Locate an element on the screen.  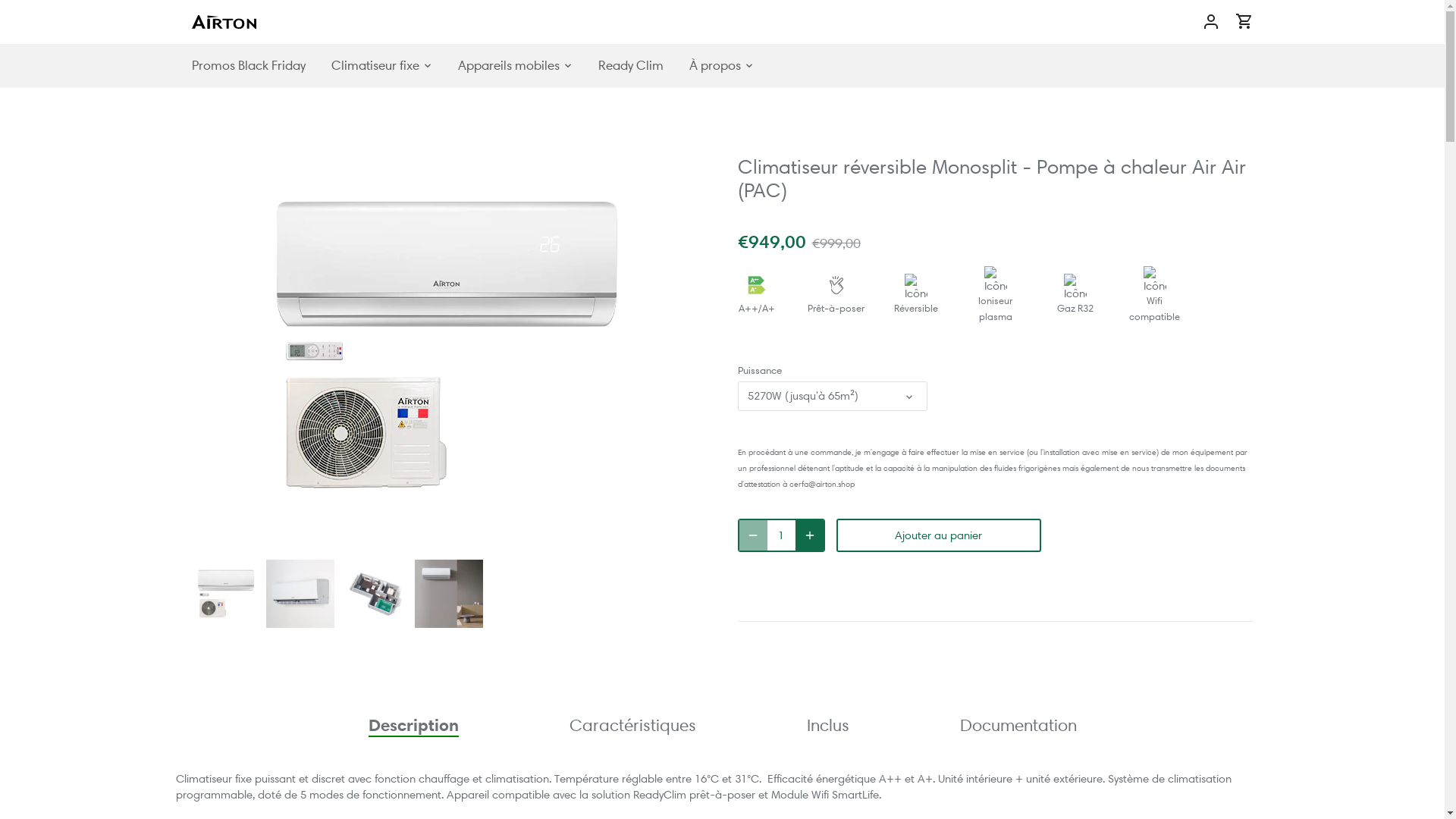
'Promos Black Friday' is located at coordinates (254, 64).